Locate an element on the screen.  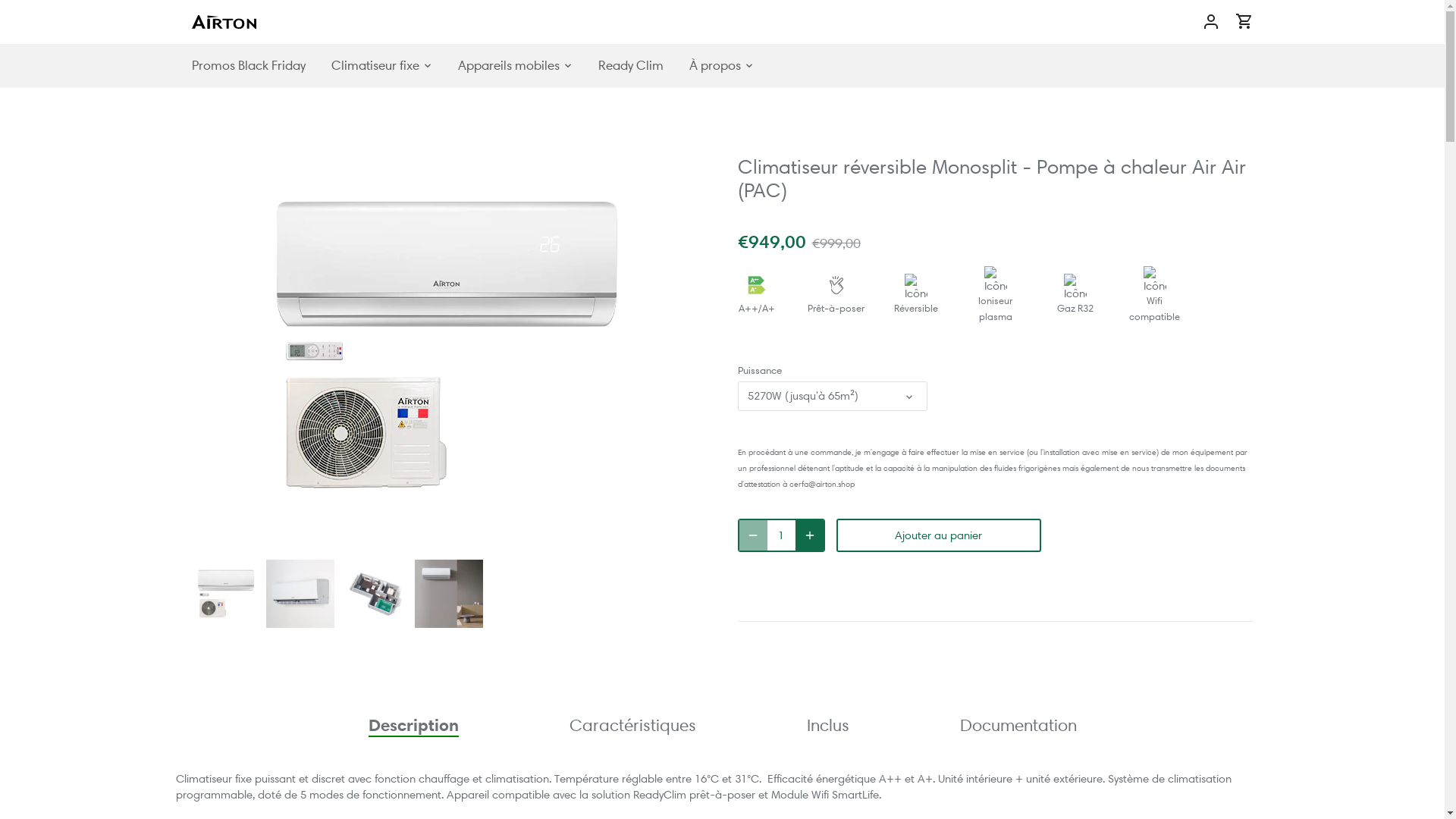
'Promos Black Friday' is located at coordinates (254, 64).